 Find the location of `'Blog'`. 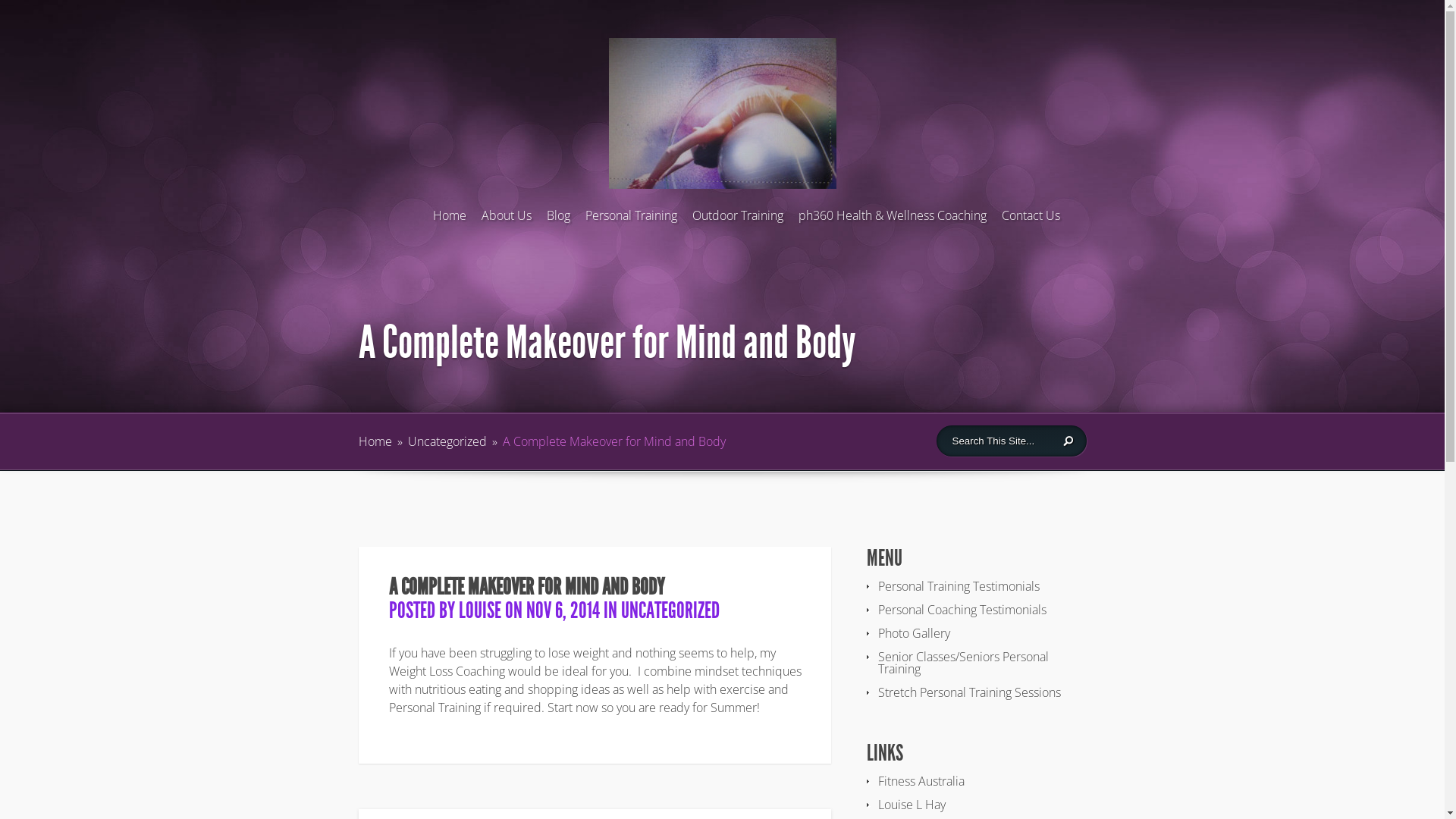

'Blog' is located at coordinates (557, 219).